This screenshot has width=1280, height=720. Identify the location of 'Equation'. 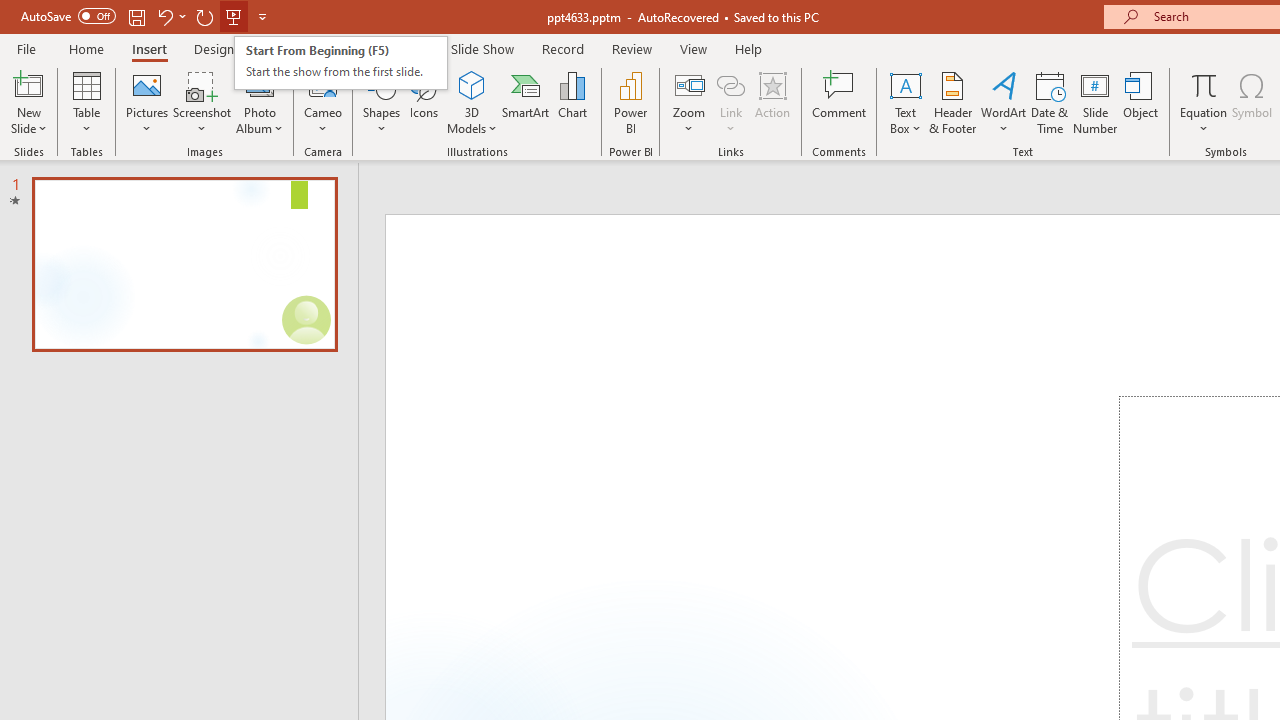
(1202, 84).